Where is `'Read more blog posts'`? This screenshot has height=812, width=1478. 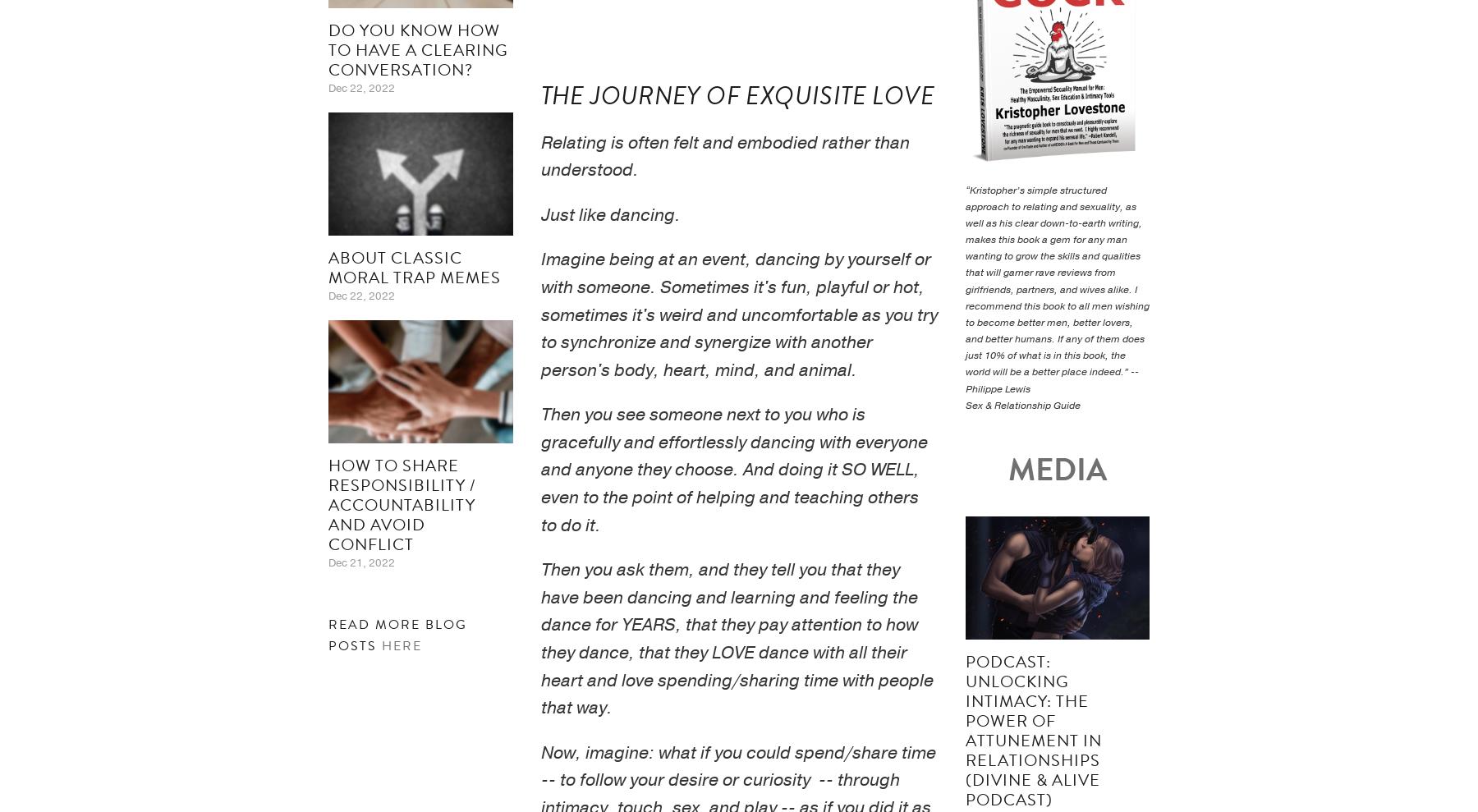 'Read more blog posts' is located at coordinates (399, 634).